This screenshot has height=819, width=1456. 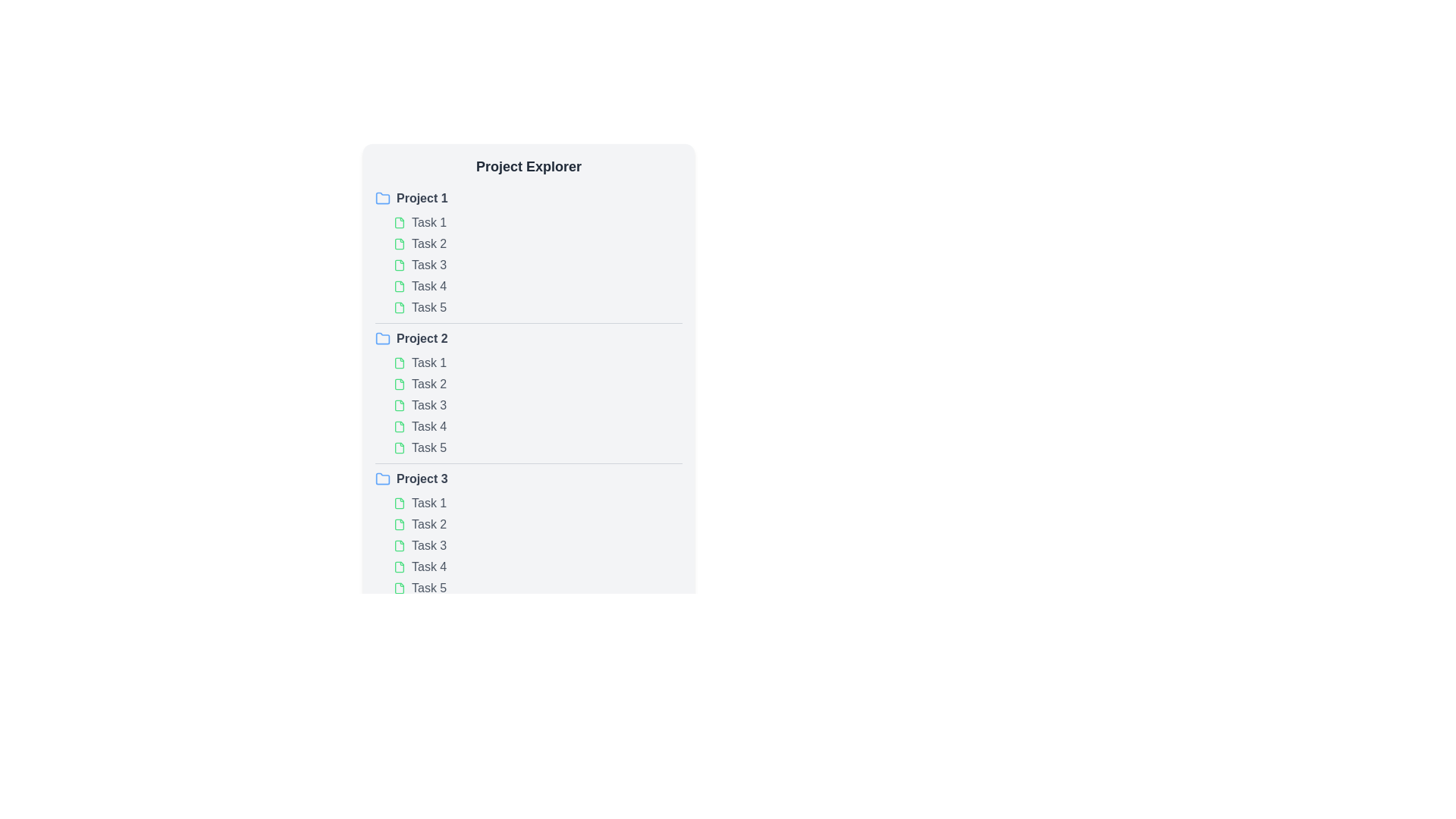 I want to click on the text label representing 'Task 2' in the project explorer layout, which is the second task listed under 'Project 1', so click(x=428, y=243).